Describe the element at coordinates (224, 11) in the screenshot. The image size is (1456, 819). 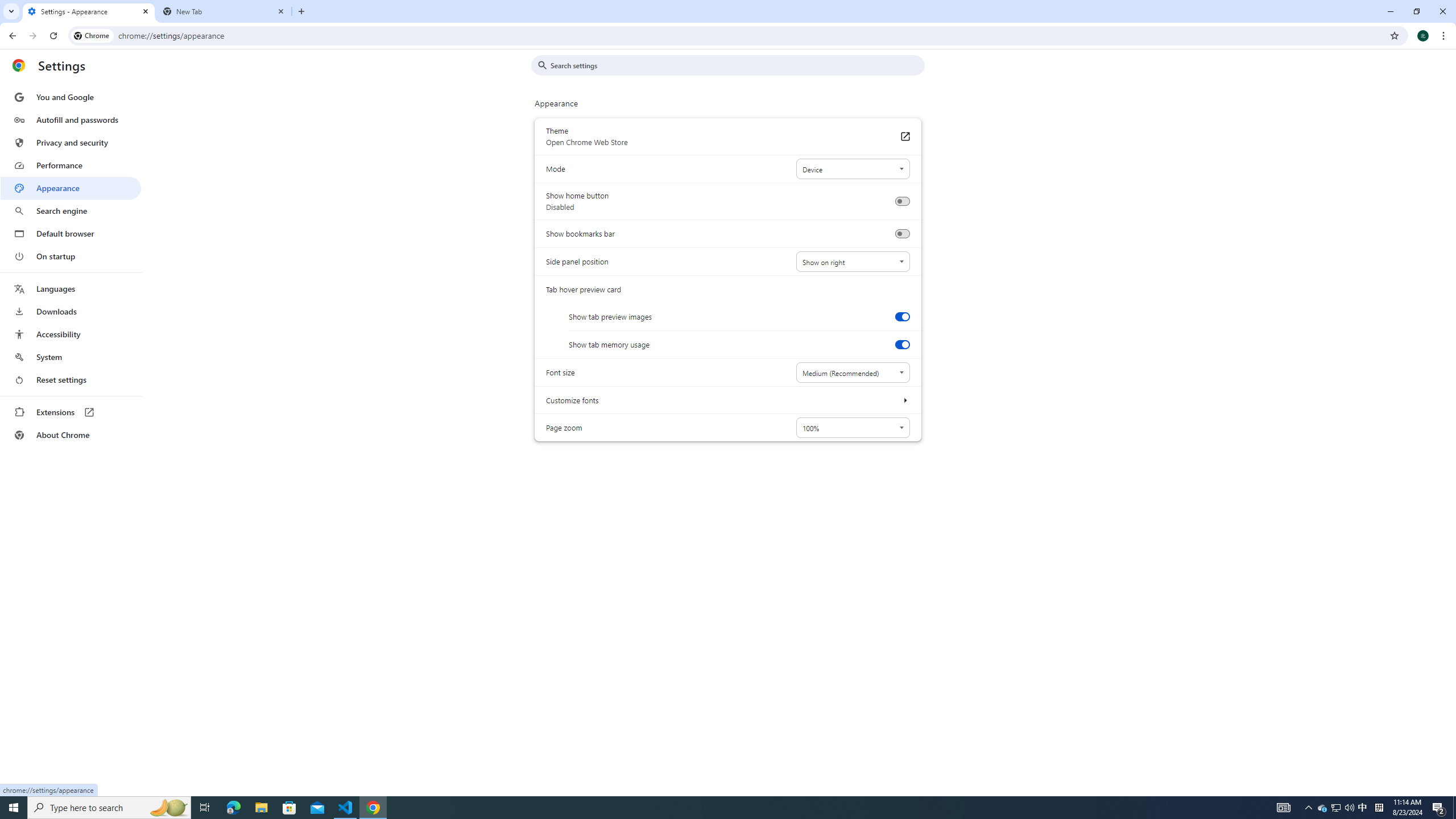
I see `'New Tab'` at that location.